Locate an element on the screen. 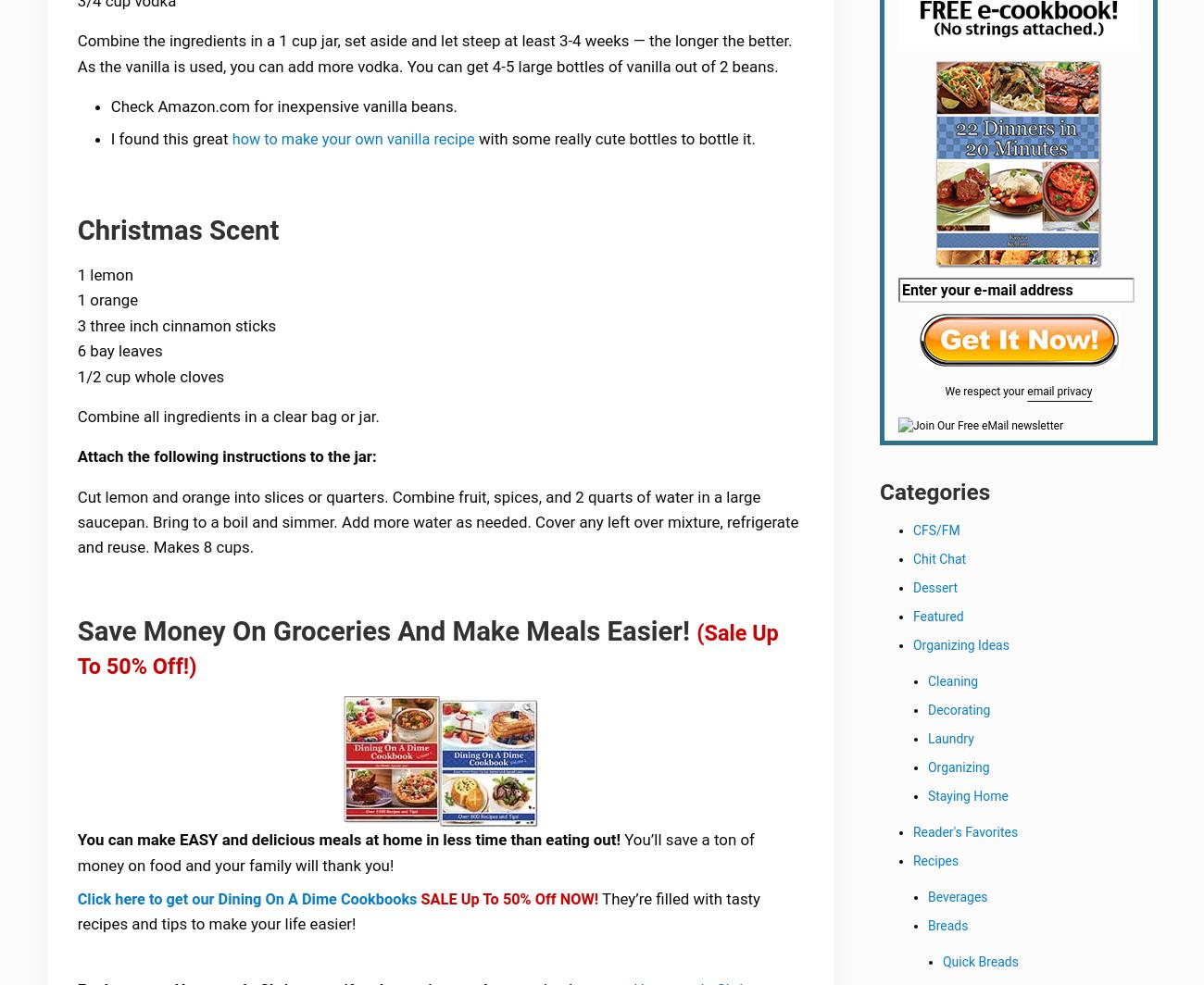 The image size is (1204, 985). 'Combine all ingredients in a clear bag or jar.' is located at coordinates (229, 420).